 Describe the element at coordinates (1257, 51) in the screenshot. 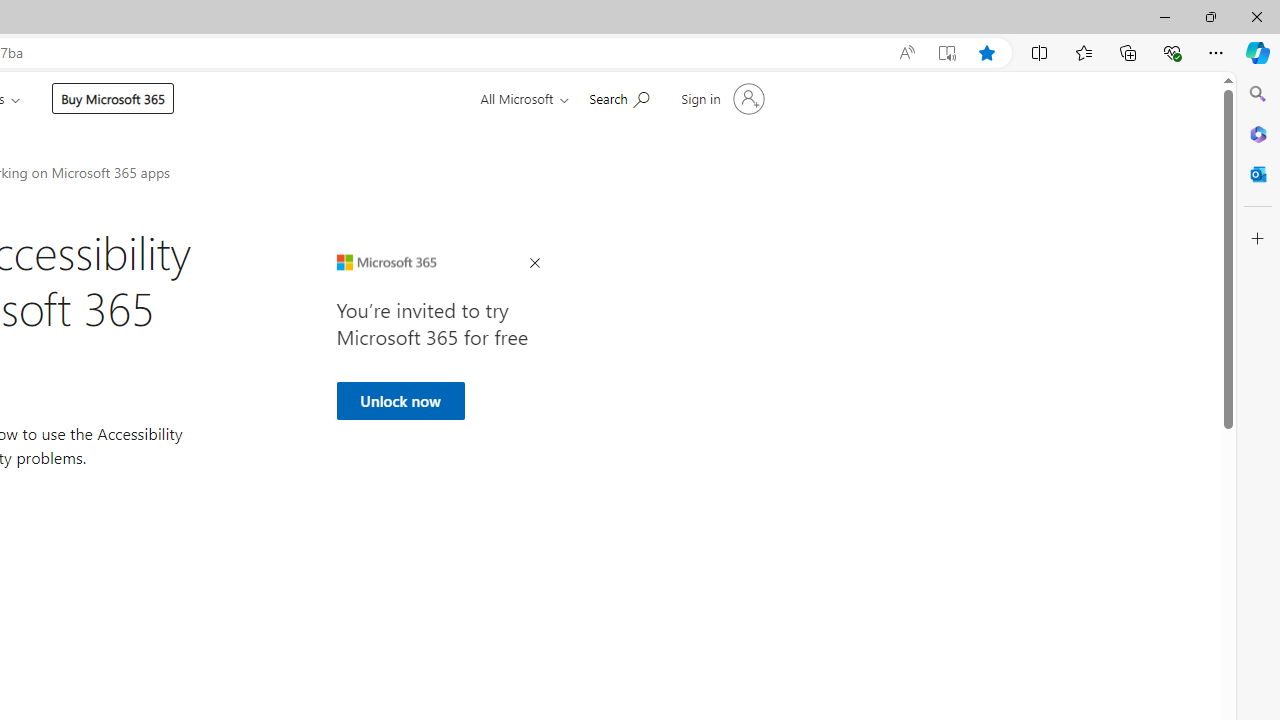

I see `'Copilot (Ctrl+Shift+.)'` at that location.